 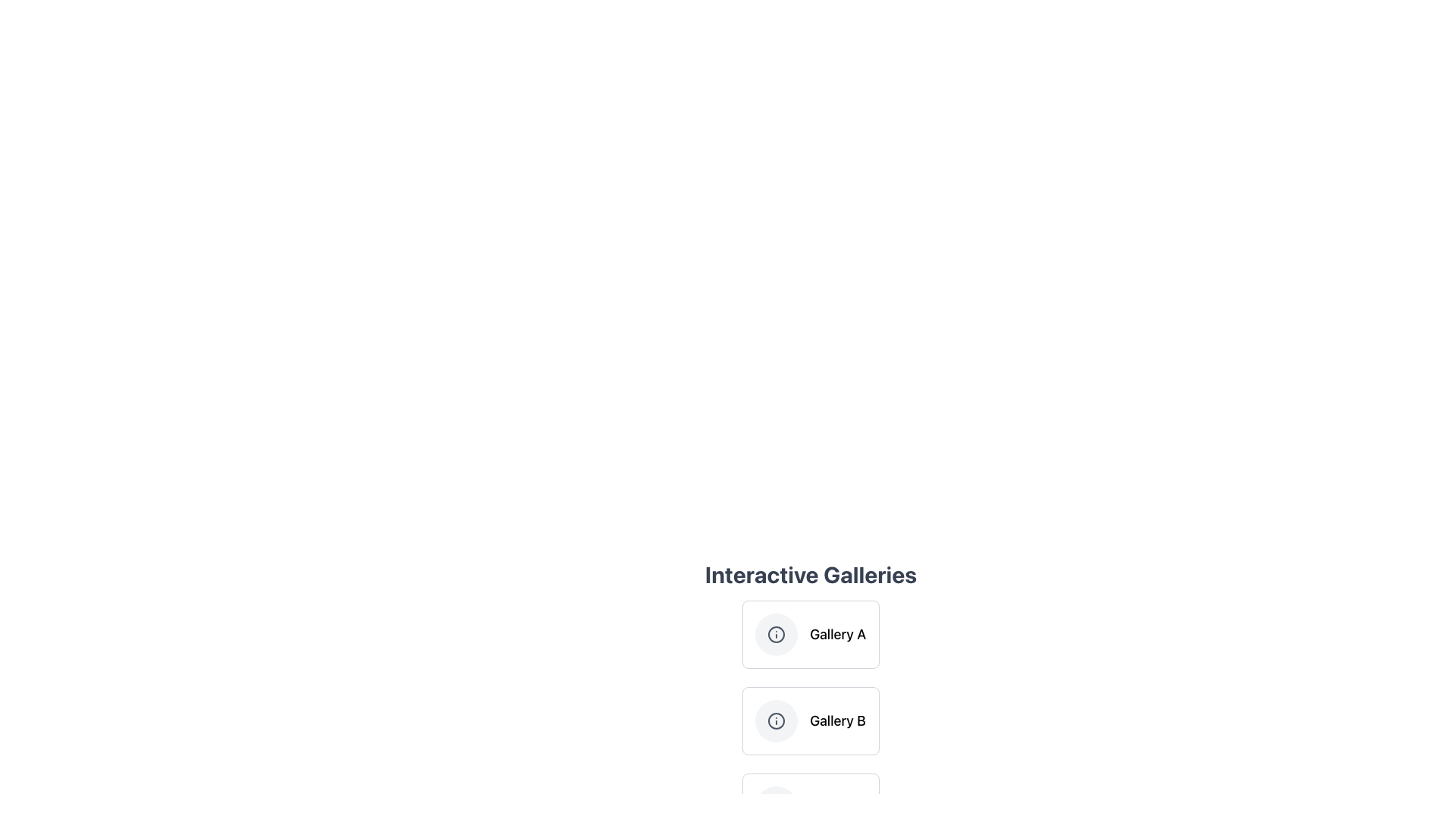 I want to click on the circular gray icon with an outlined information symbol ('i') located to the left of the text 'Gallery A', so click(x=777, y=635).